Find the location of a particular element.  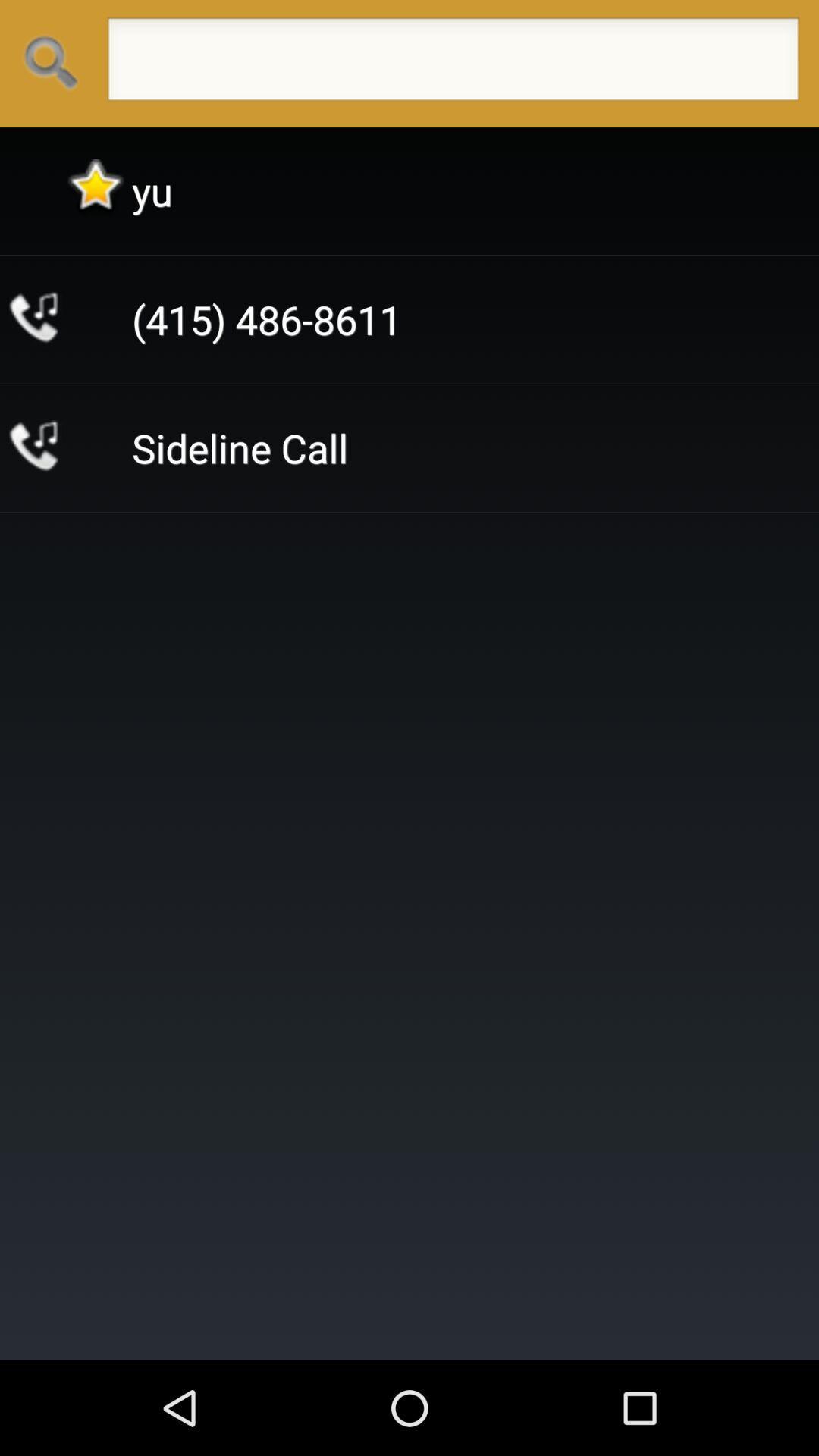

the (415) 486-8611 is located at coordinates (265, 318).